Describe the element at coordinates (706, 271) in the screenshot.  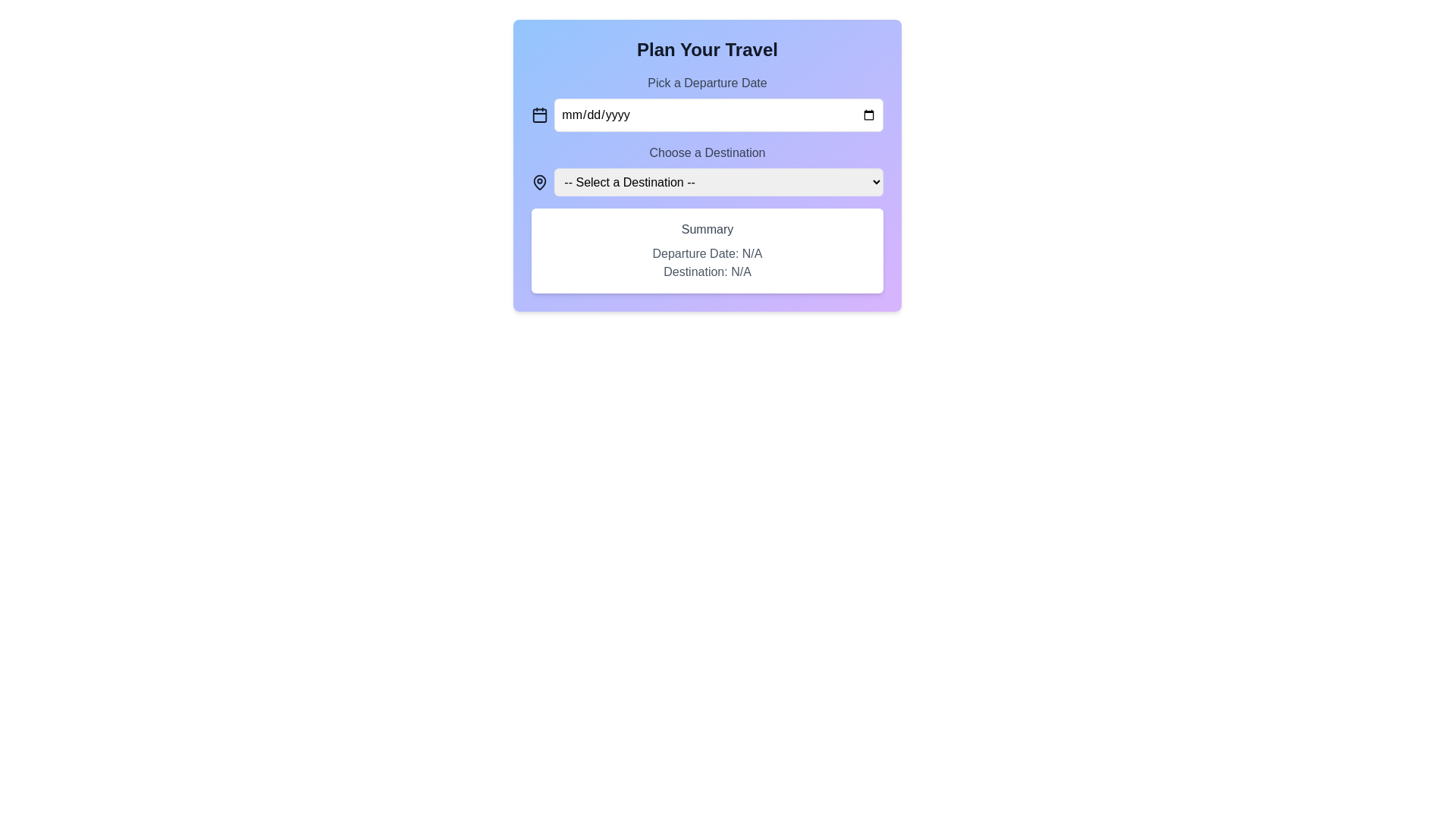
I see `the static text label displaying 'Destination: N/A' which is part of the summary section in a white rounded card` at that location.